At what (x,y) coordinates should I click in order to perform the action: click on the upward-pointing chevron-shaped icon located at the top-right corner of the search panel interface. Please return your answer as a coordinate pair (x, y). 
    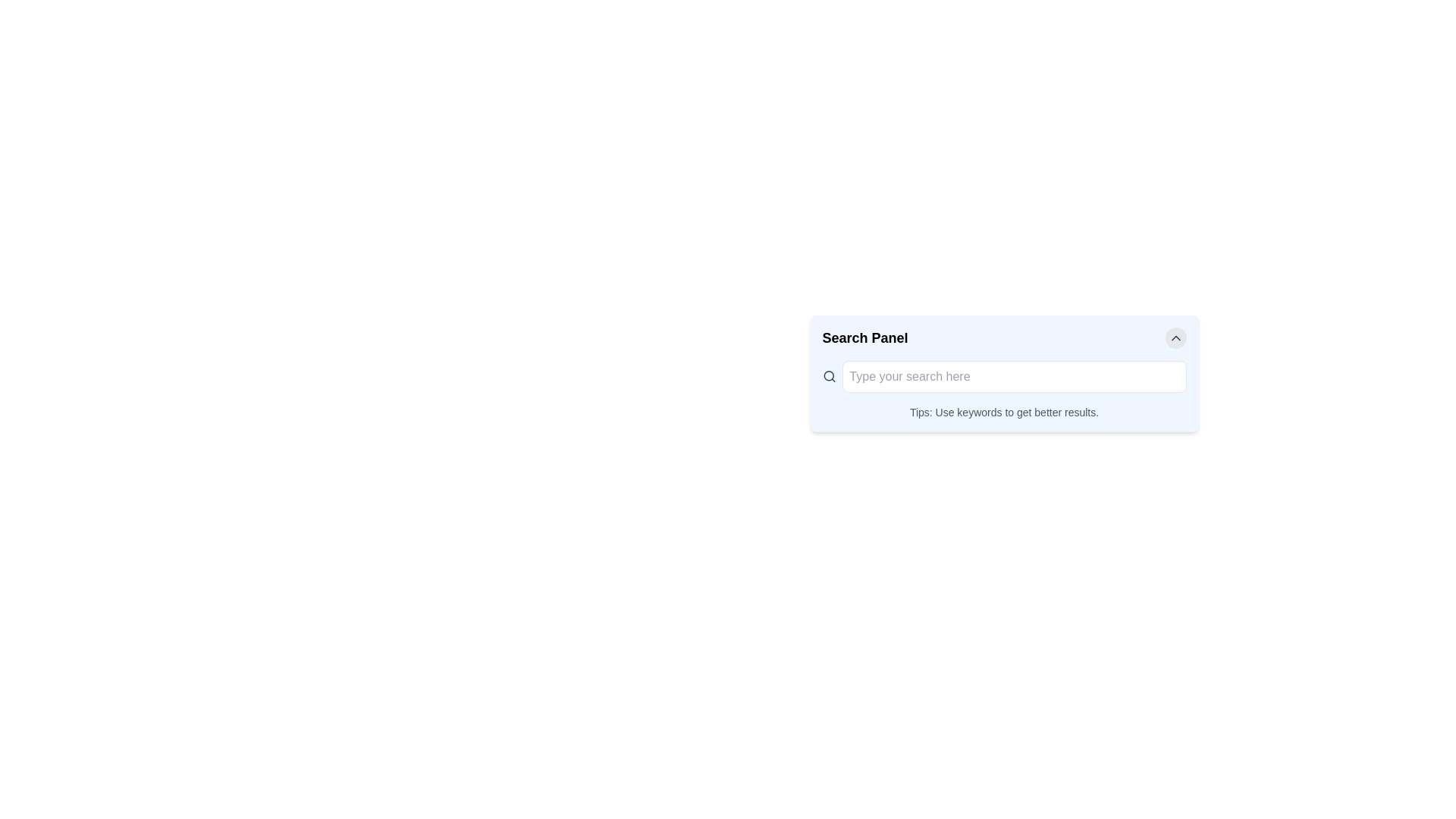
    Looking at the image, I should click on (1175, 337).